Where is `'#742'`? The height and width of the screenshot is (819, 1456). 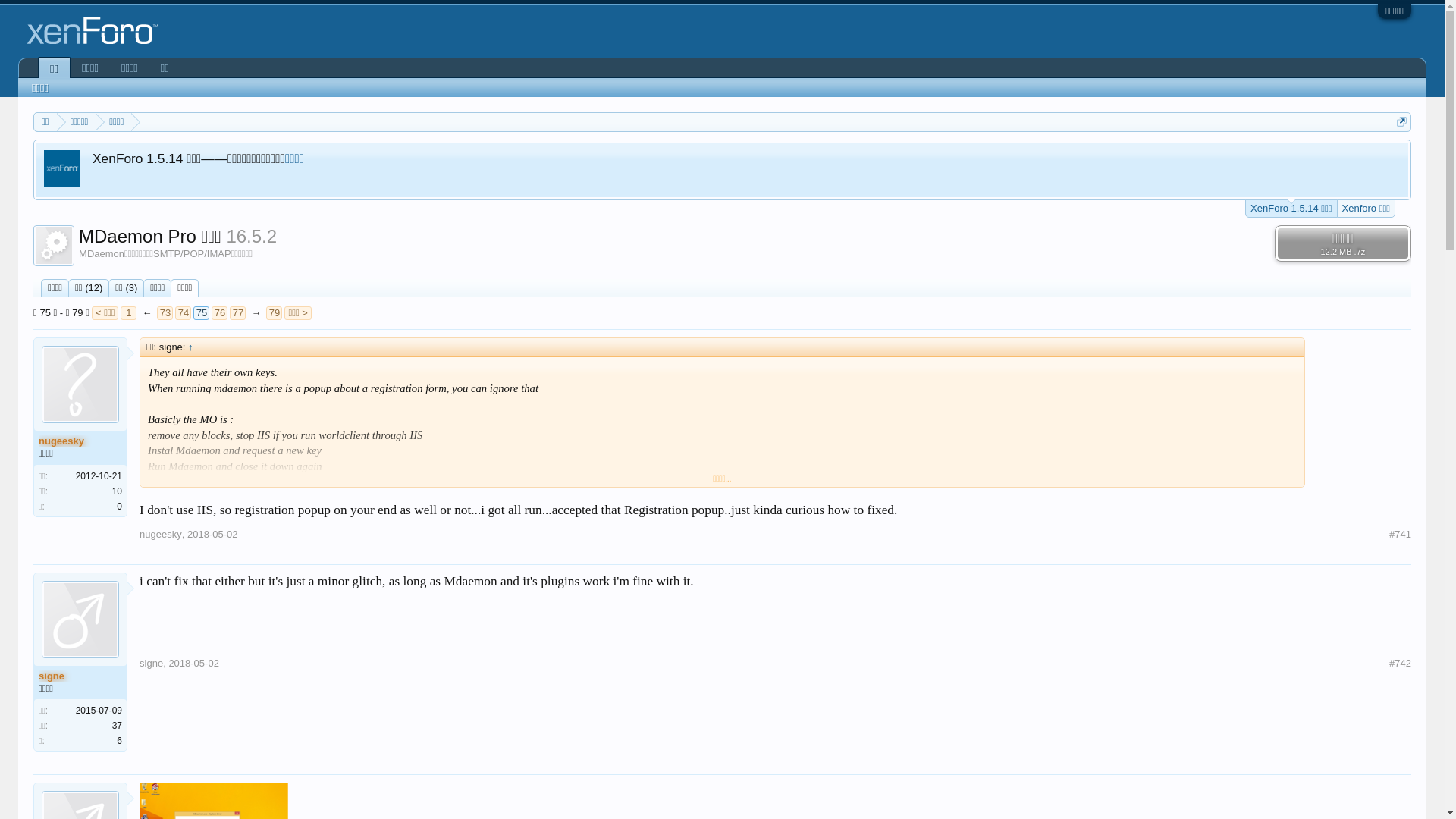
'#742' is located at coordinates (1399, 663).